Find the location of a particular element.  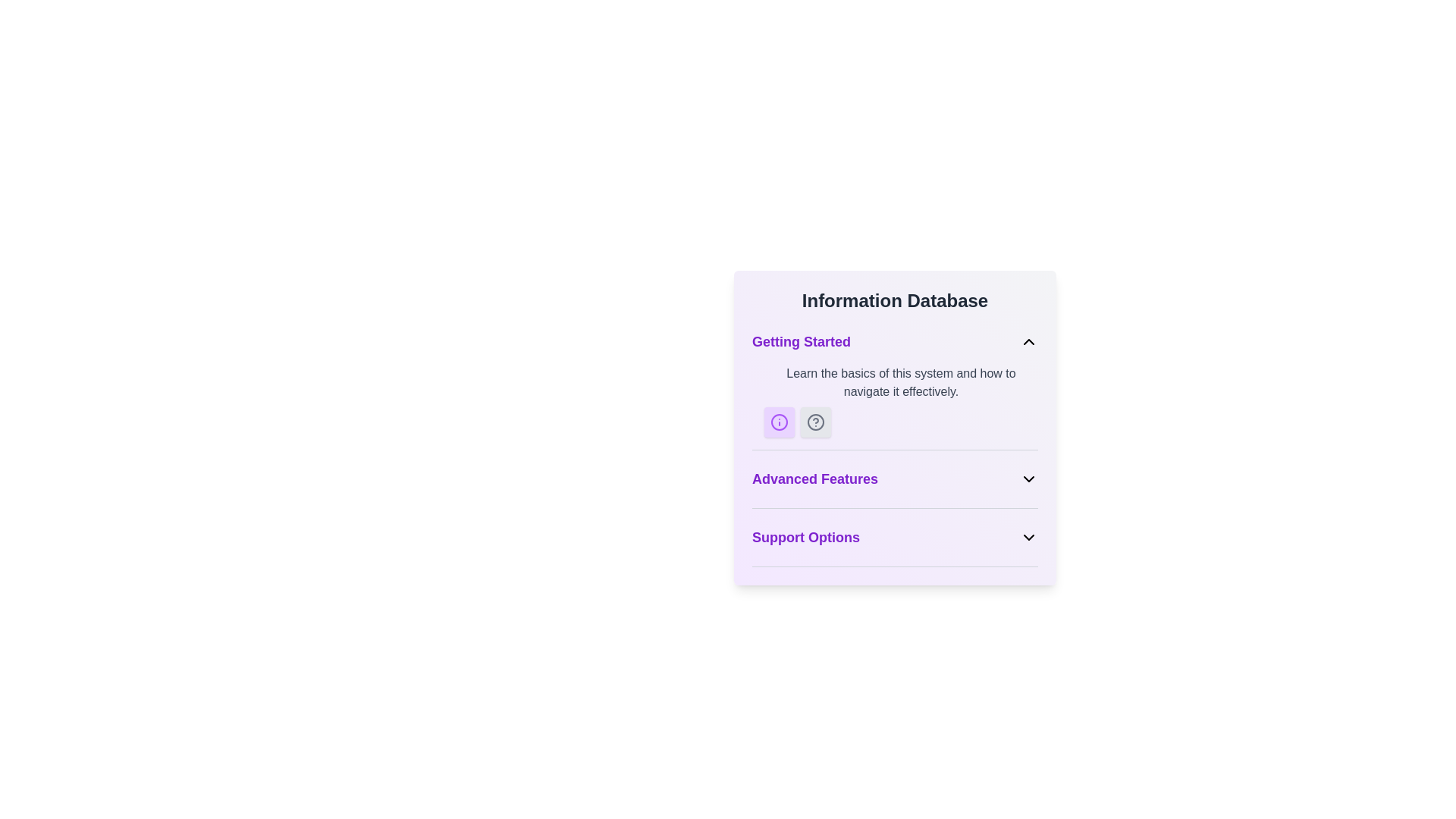

the expand/collapse icon for the 'Support Options' section is located at coordinates (1029, 537).